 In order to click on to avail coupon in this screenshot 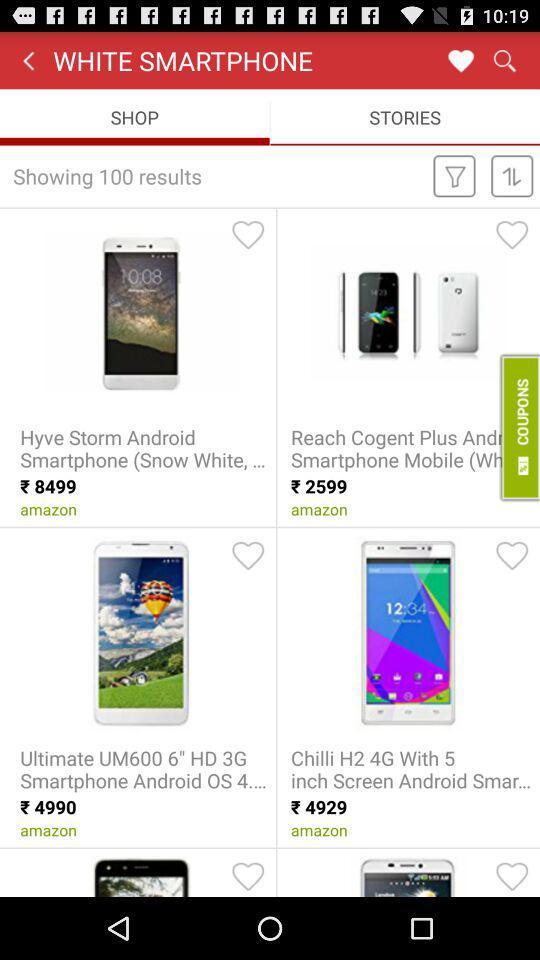, I will do `click(518, 427)`.